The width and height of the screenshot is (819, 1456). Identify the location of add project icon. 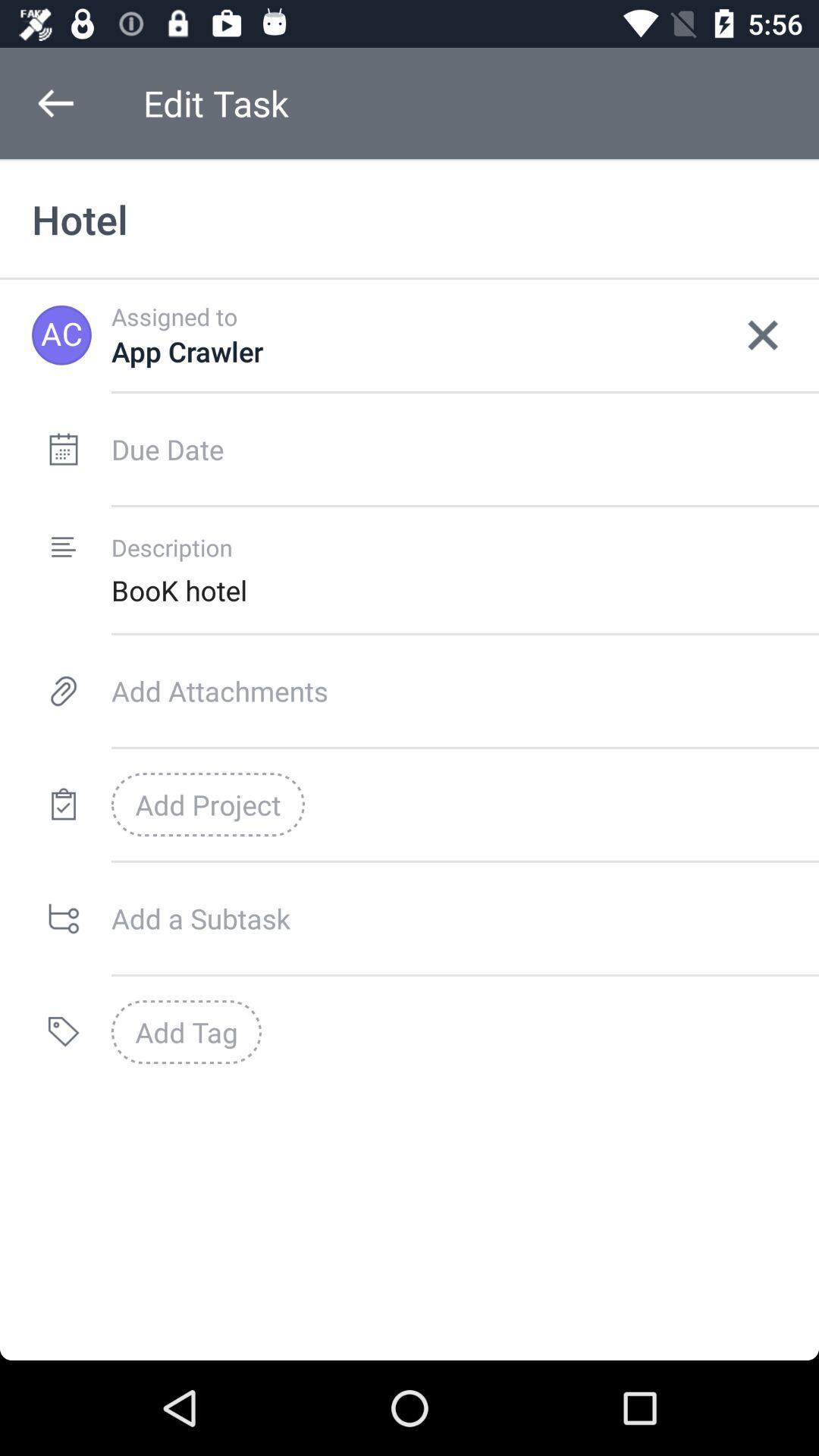
(208, 804).